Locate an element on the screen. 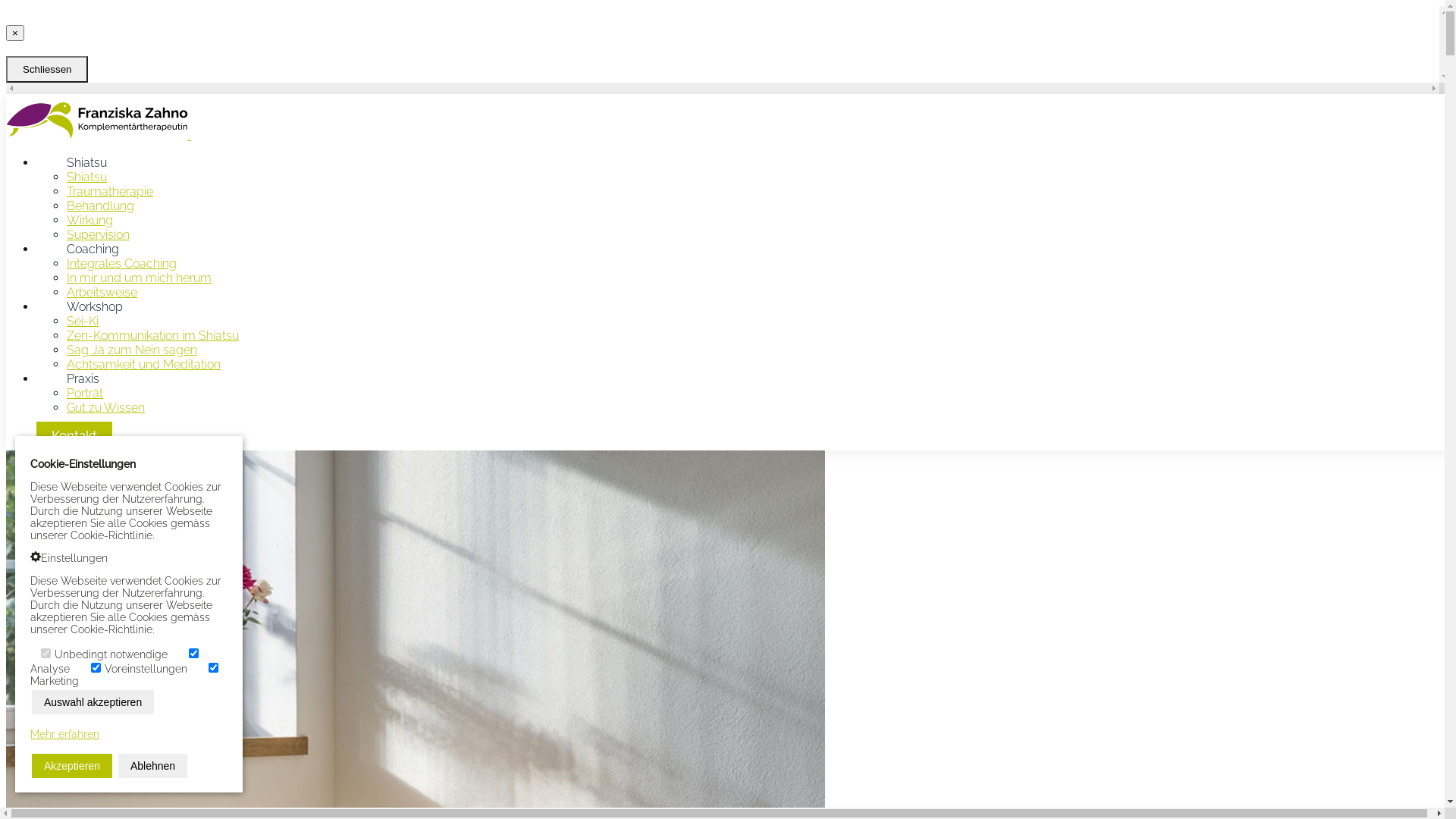  'Arbeitsweise' is located at coordinates (101, 292).